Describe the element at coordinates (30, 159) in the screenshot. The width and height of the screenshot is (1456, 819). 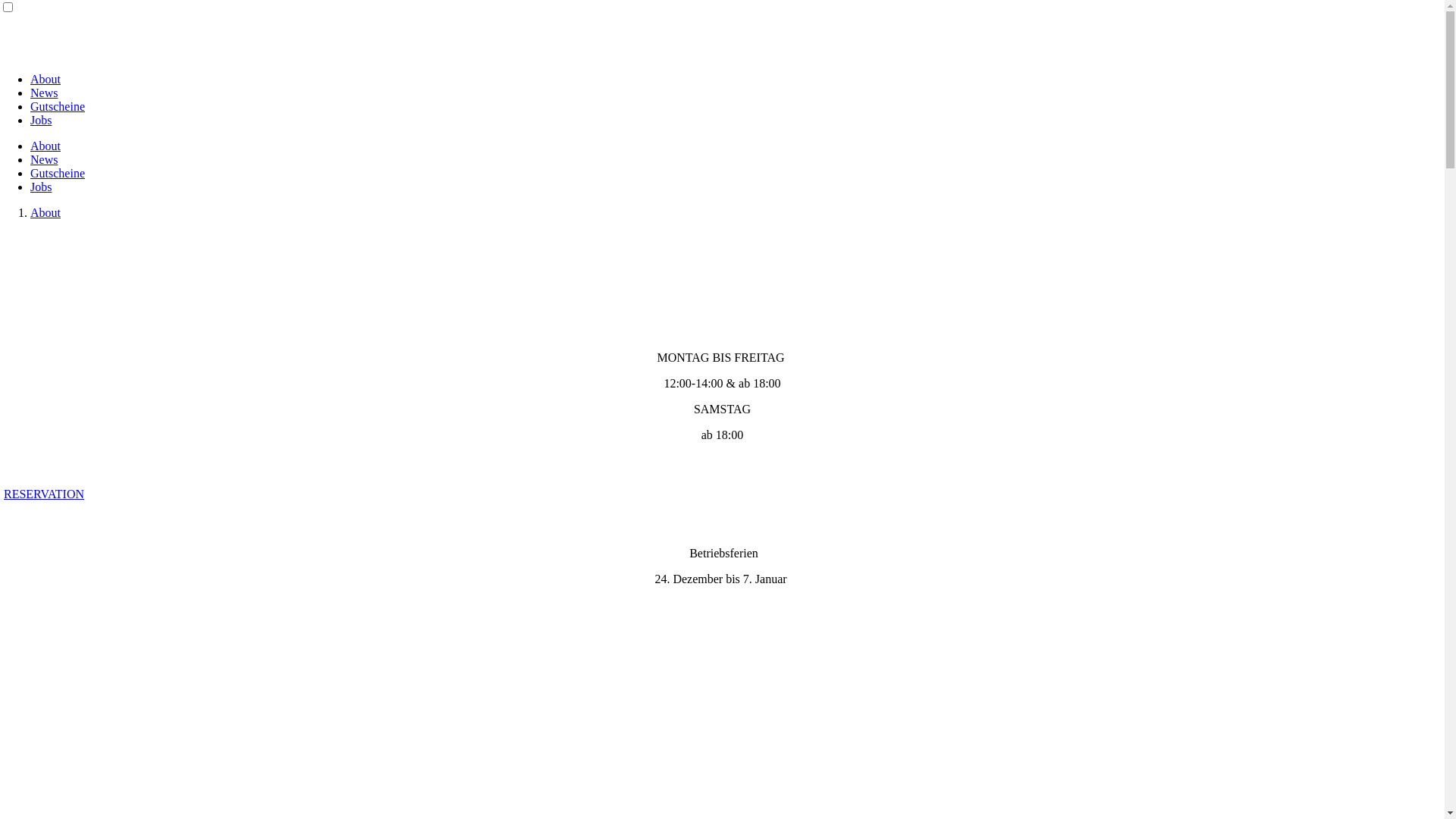
I see `'News'` at that location.